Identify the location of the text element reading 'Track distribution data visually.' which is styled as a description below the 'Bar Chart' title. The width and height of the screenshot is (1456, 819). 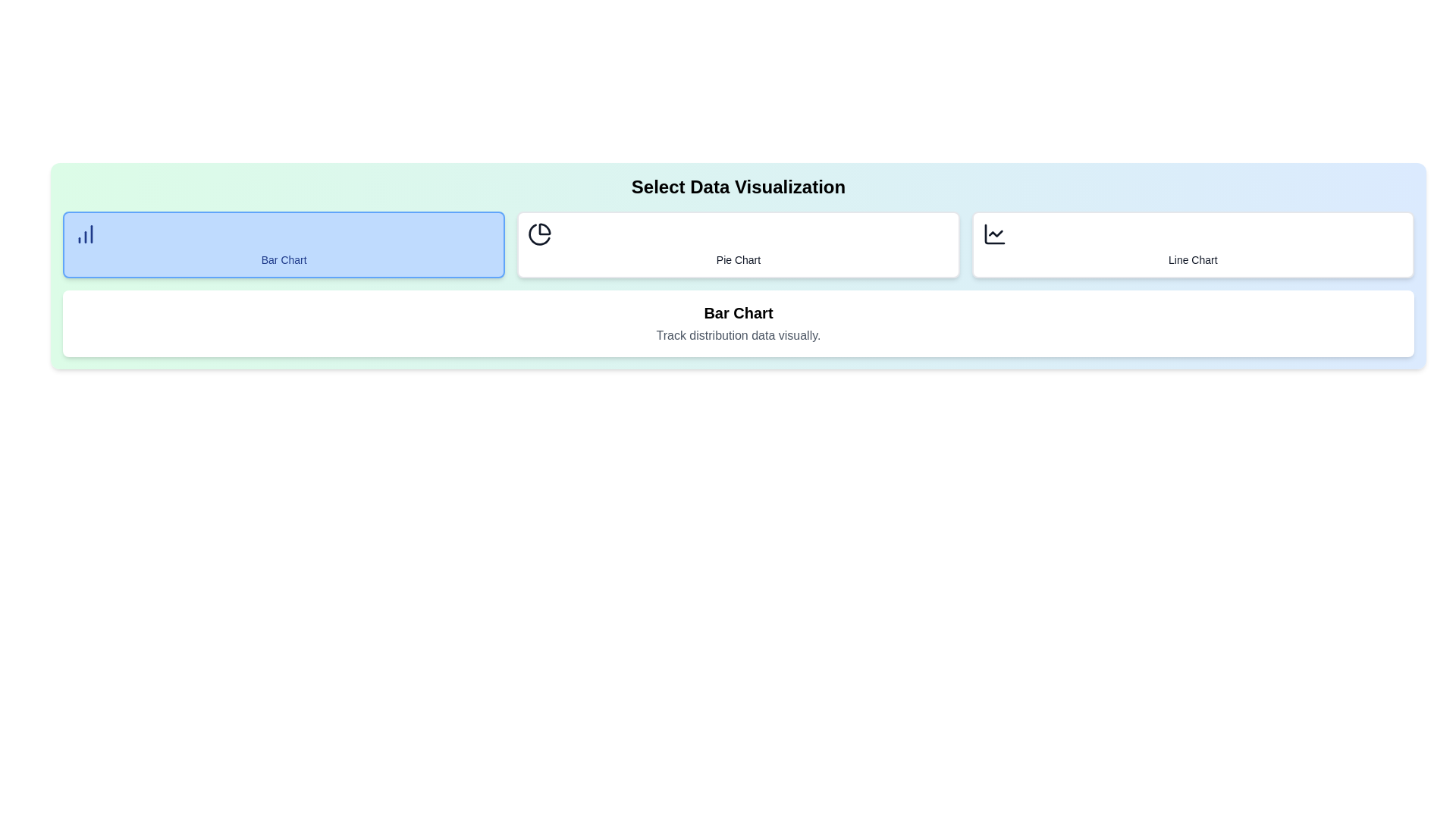
(739, 335).